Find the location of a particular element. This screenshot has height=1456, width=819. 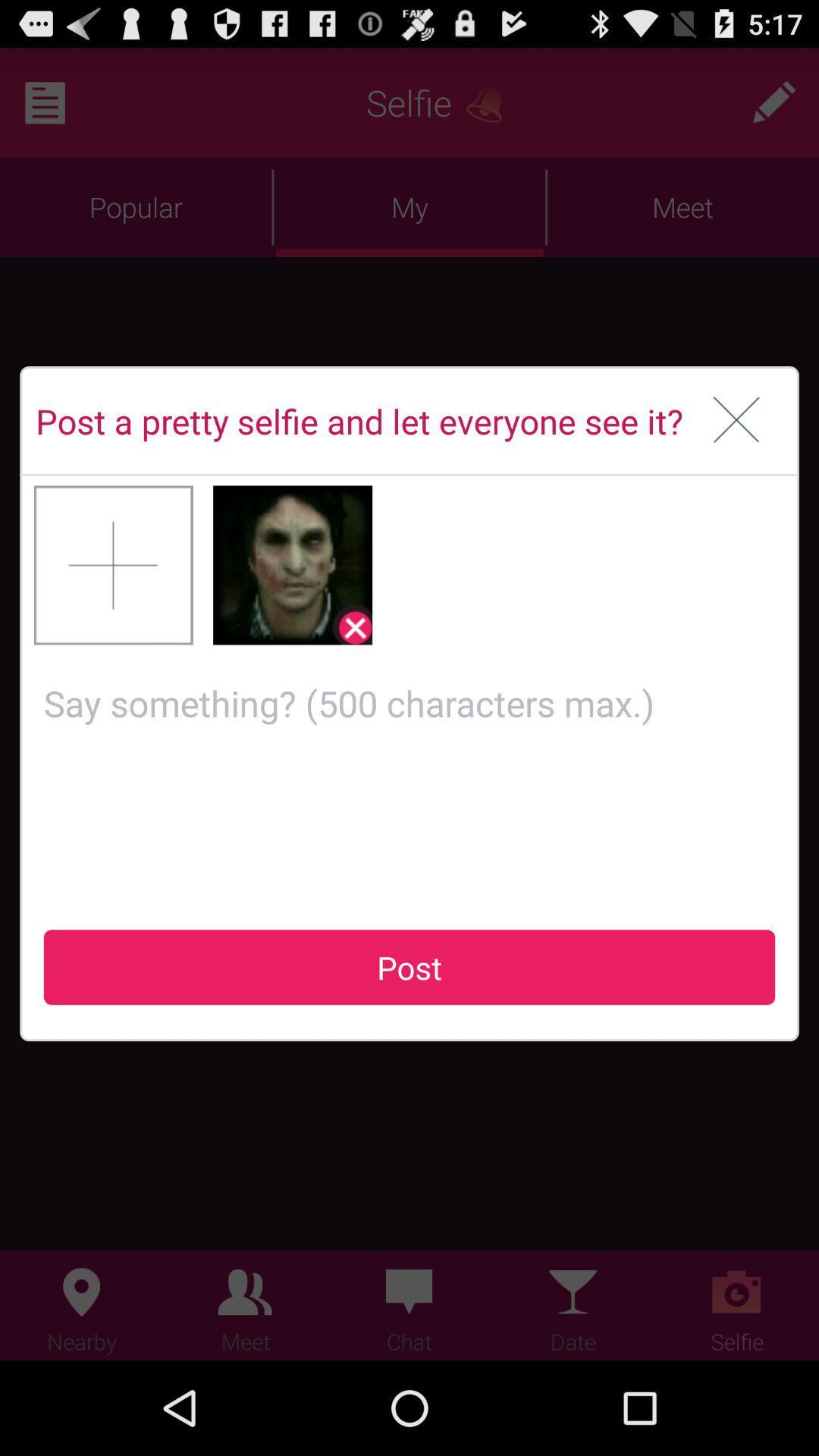

picture is located at coordinates (113, 564).